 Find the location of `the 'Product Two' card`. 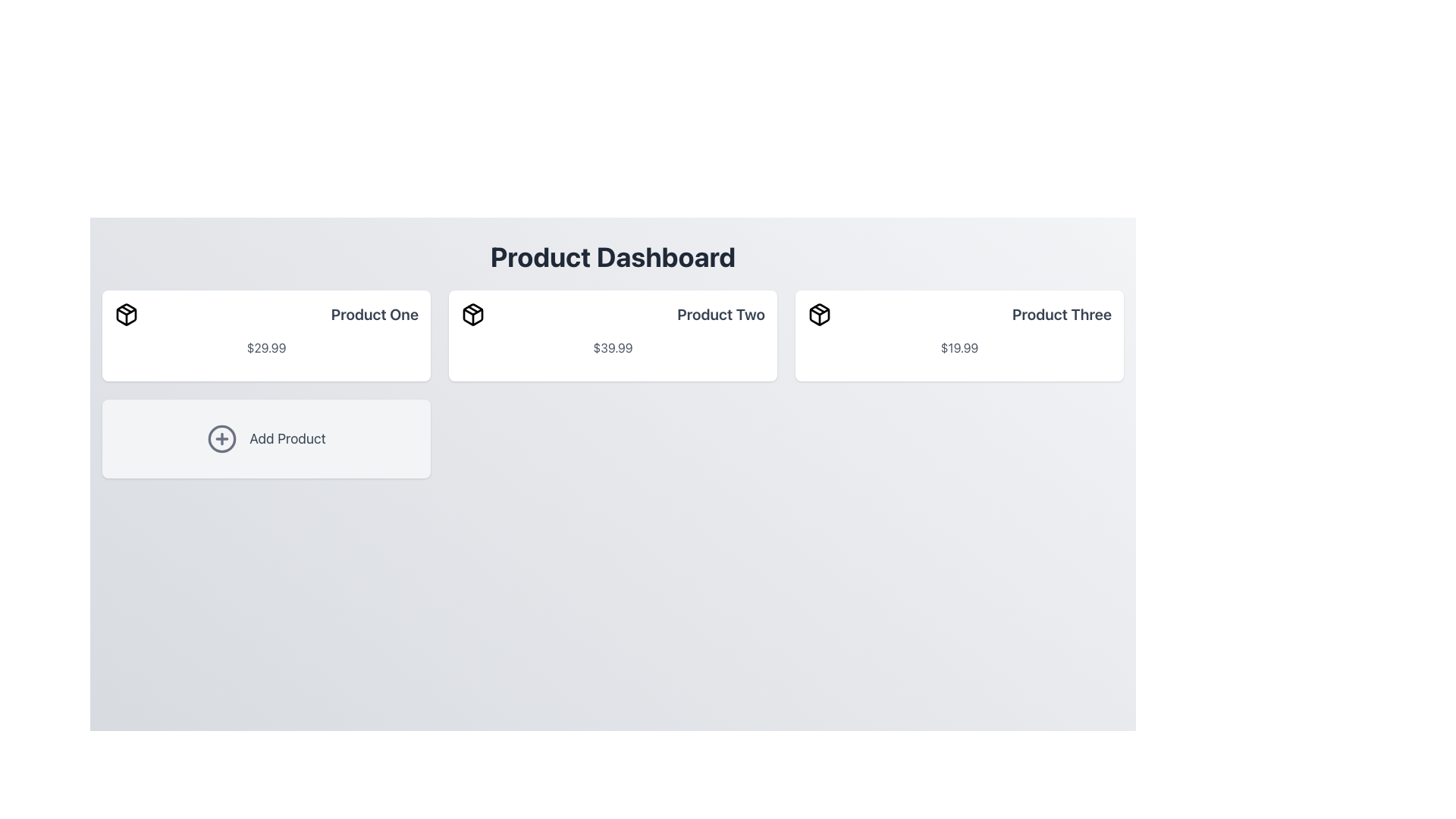

the 'Product Two' card is located at coordinates (613, 335).